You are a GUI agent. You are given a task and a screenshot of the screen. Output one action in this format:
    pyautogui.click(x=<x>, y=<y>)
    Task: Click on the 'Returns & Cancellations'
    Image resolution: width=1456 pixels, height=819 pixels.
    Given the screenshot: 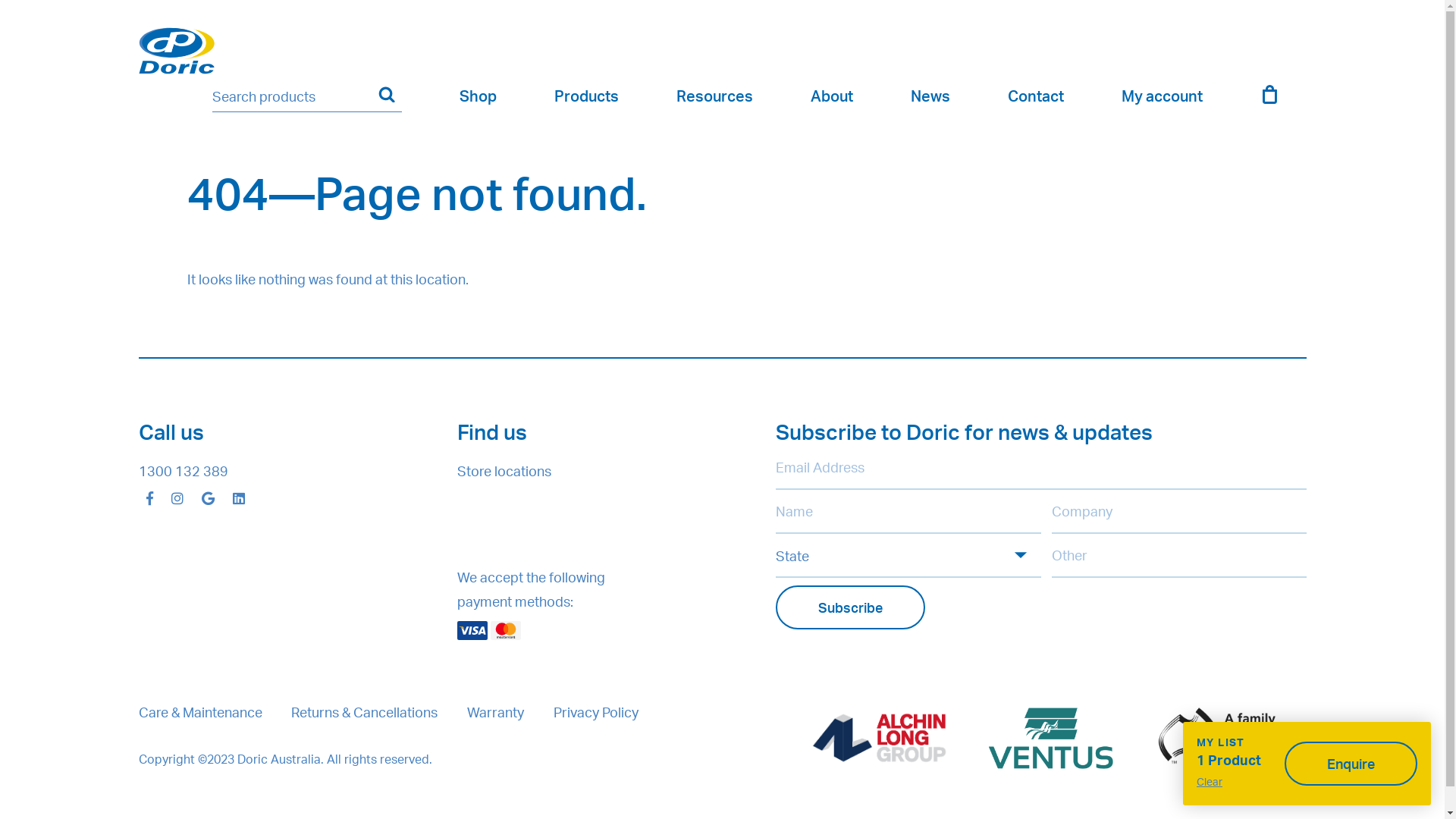 What is the action you would take?
    pyautogui.click(x=364, y=711)
    